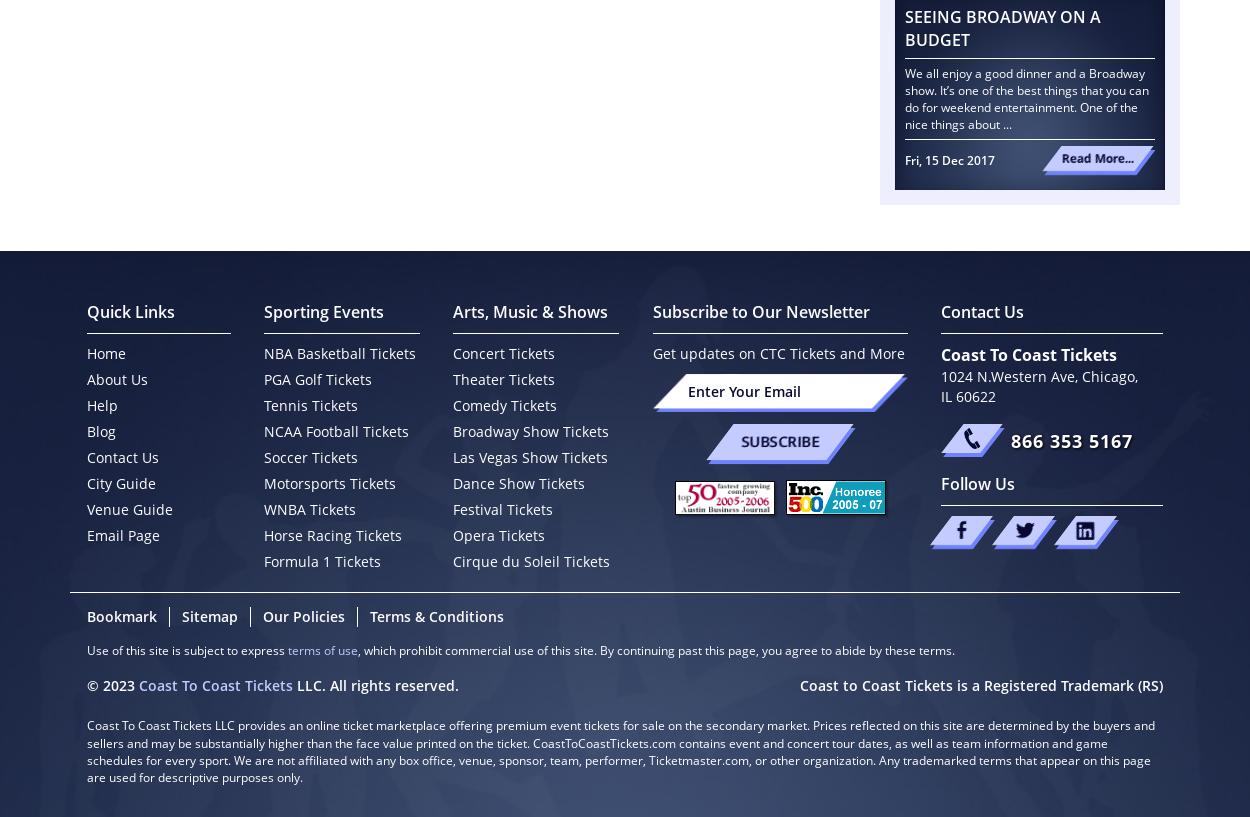 This screenshot has height=817, width=1250. What do you see at coordinates (111, 684) in the screenshot?
I see `'© 2023'` at bounding box center [111, 684].